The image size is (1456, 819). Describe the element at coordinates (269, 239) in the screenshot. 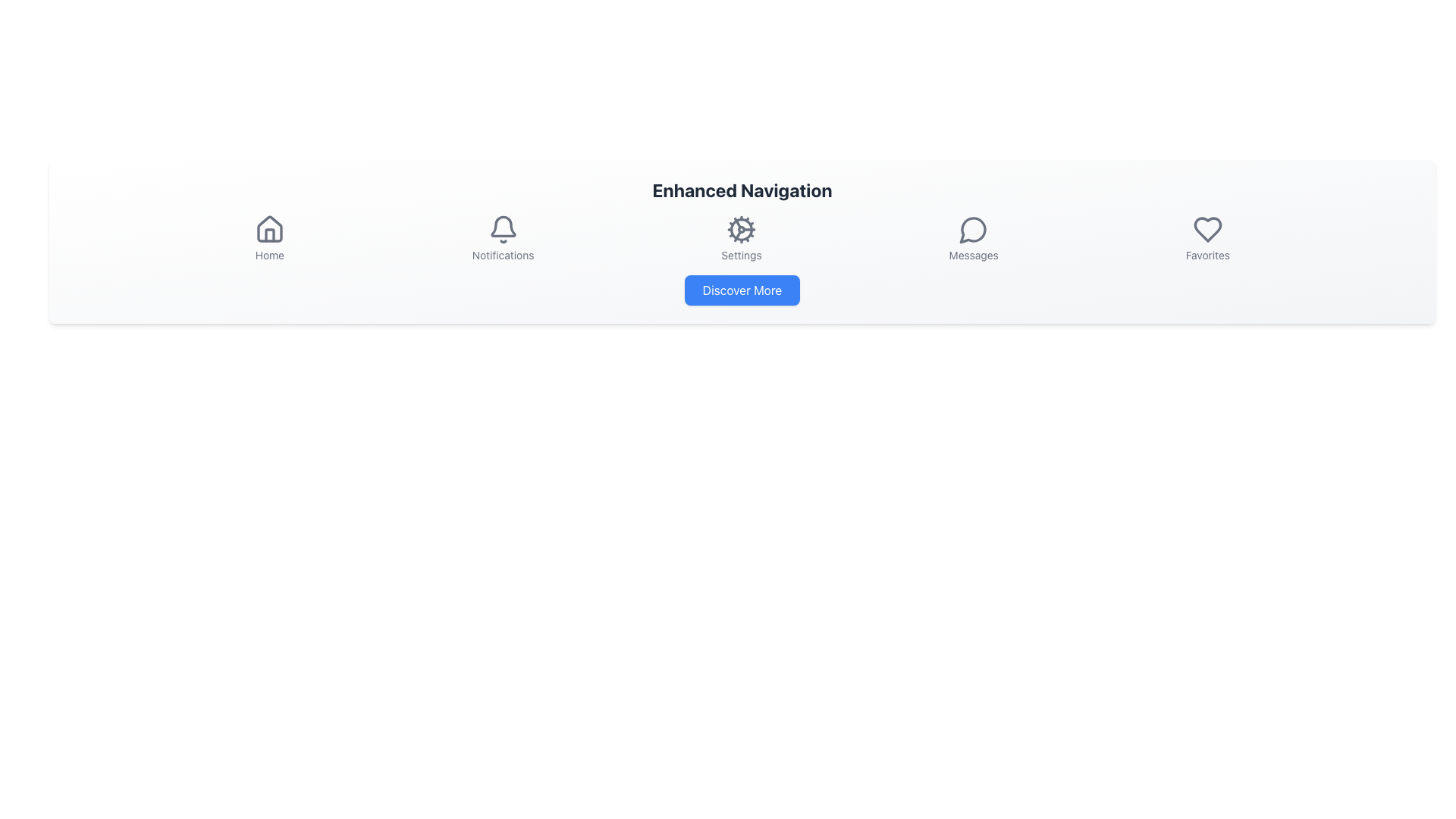

I see `the Navigation Button located at the top-left section of the navigation bar` at that location.